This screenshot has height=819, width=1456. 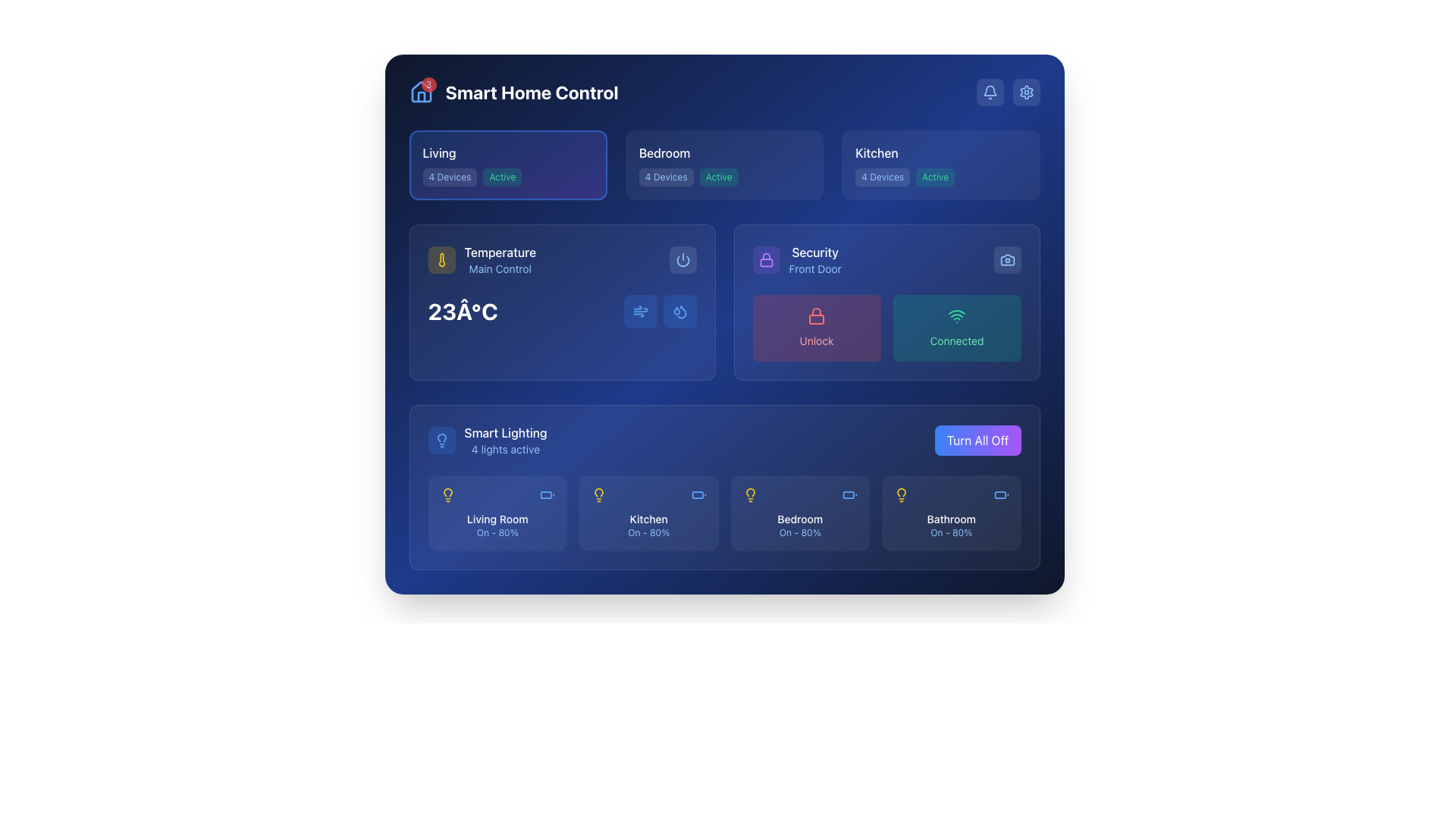 What do you see at coordinates (497, 532) in the screenshot?
I see `the text label displaying the status 'On - 80%' located at the bottom of the Living Room card in the Smart Lighting section` at bounding box center [497, 532].